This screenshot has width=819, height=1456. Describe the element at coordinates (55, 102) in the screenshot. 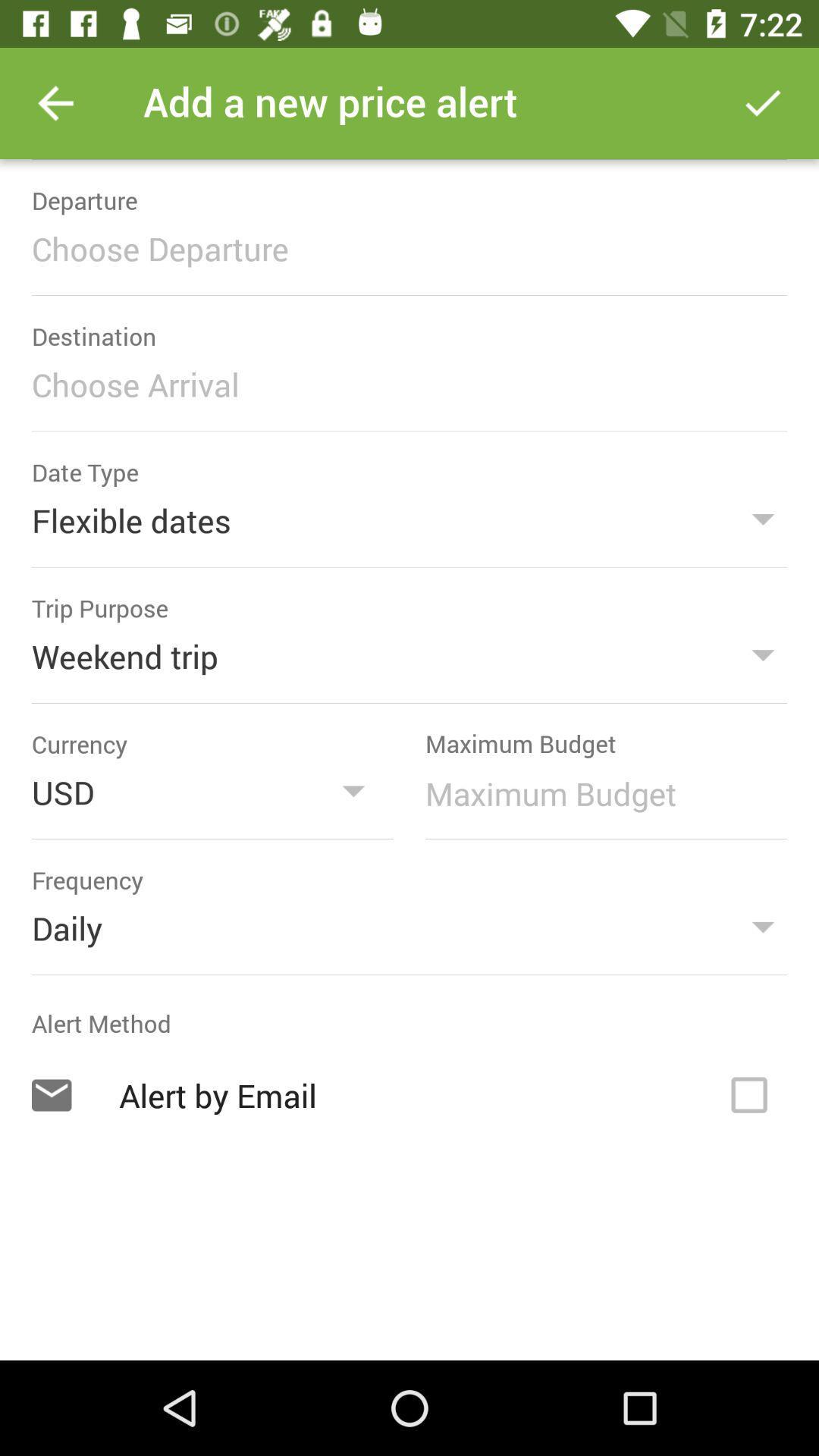

I see `the item next to add a new item` at that location.